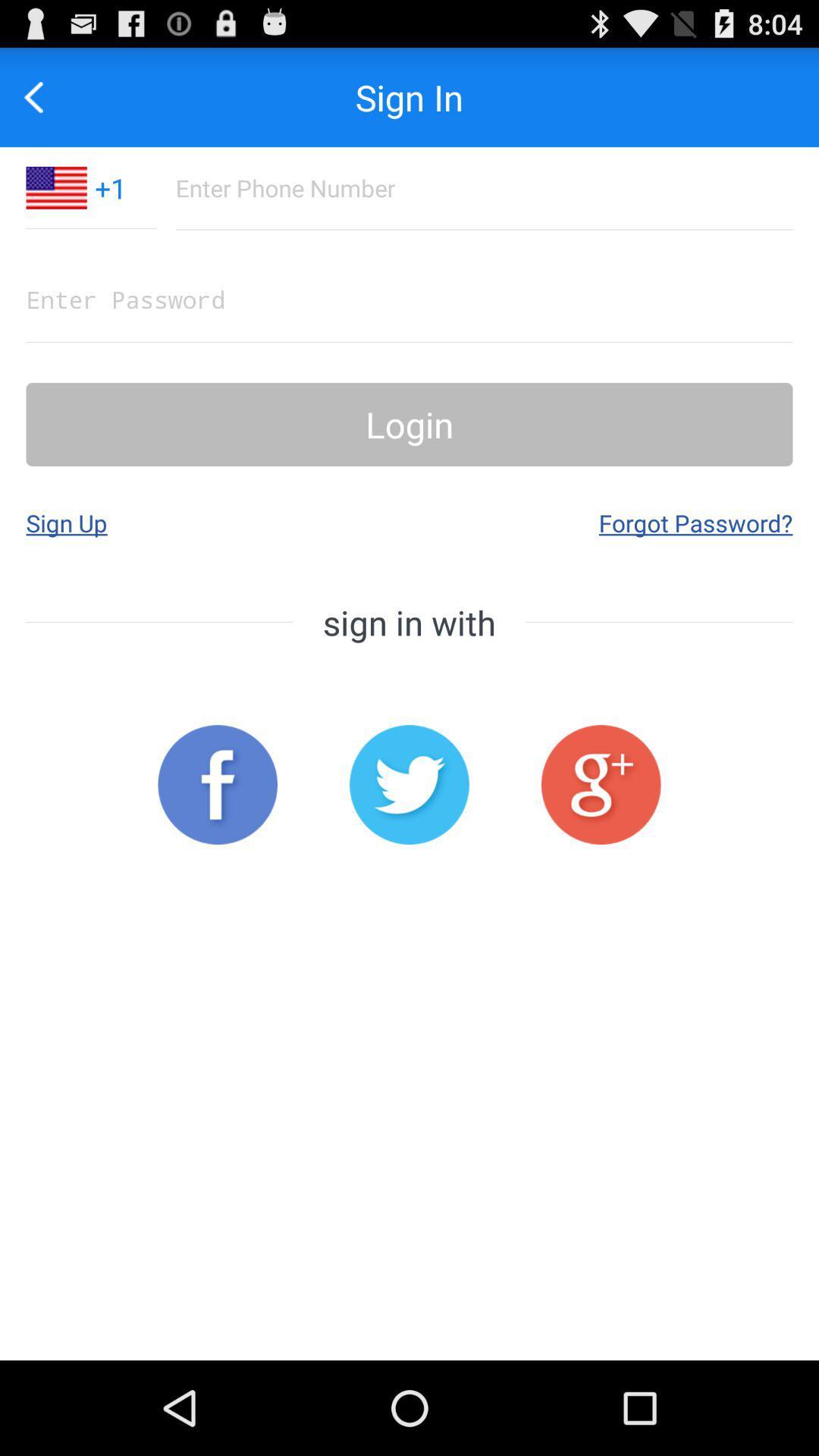  I want to click on button below login icon, so click(695, 522).